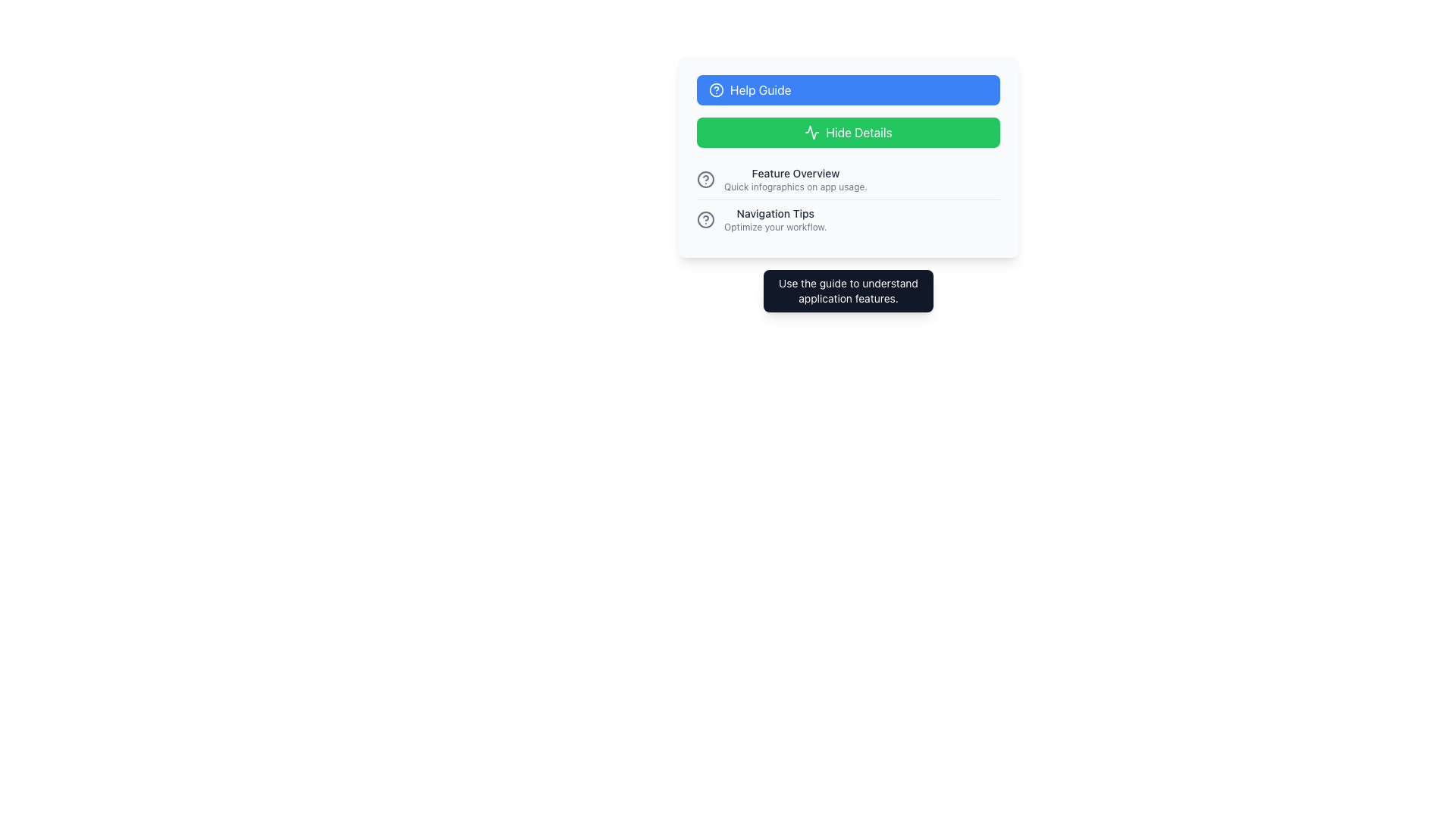 The height and width of the screenshot is (819, 1456). Describe the element at coordinates (716, 90) in the screenshot. I see `the circular SVG graphical element within the 'Help Guide' button` at that location.